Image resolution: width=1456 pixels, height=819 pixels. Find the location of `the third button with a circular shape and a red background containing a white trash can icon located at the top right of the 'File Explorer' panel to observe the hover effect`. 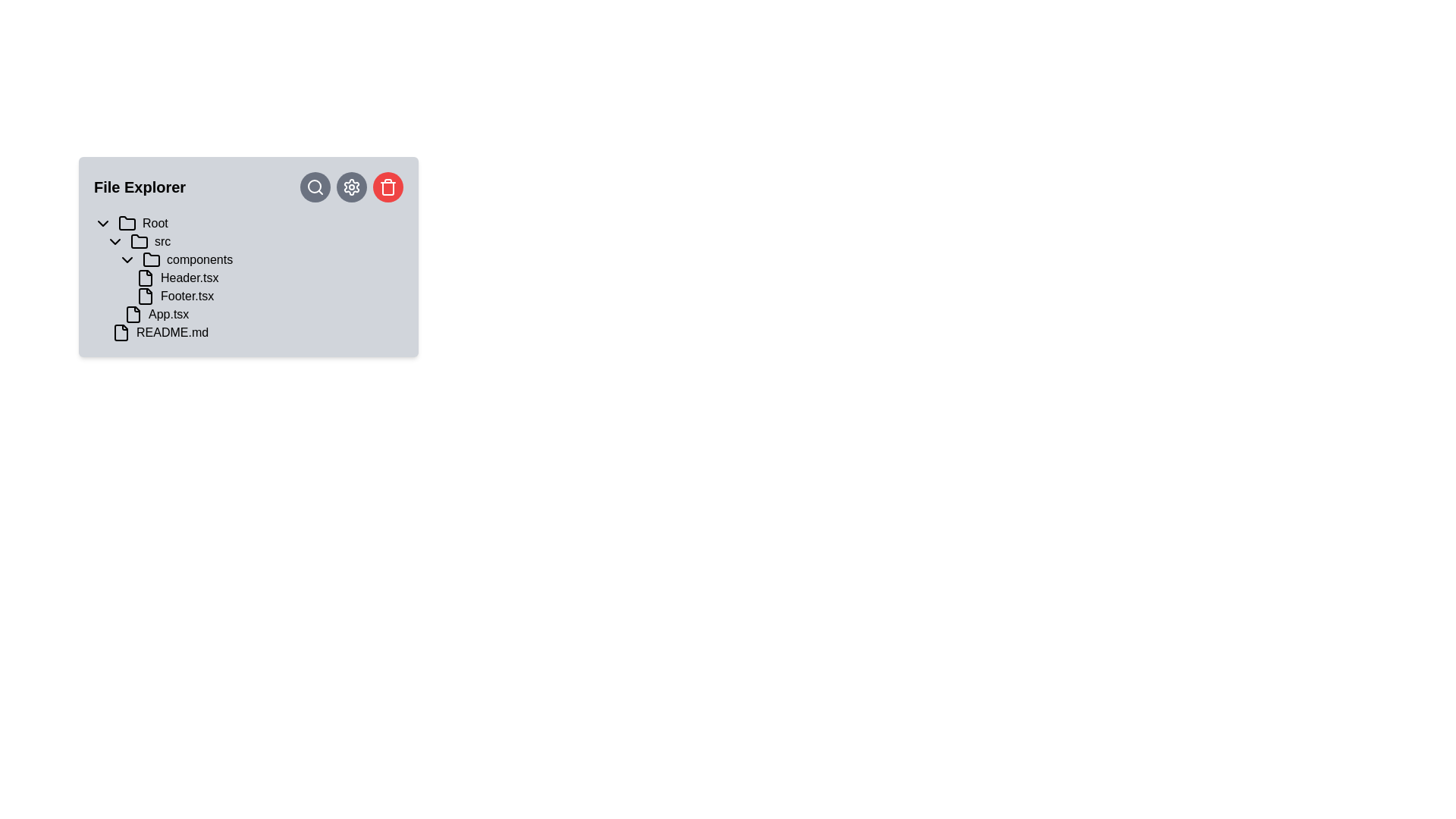

the third button with a circular shape and a red background containing a white trash can icon located at the top right of the 'File Explorer' panel to observe the hover effect is located at coordinates (388, 186).